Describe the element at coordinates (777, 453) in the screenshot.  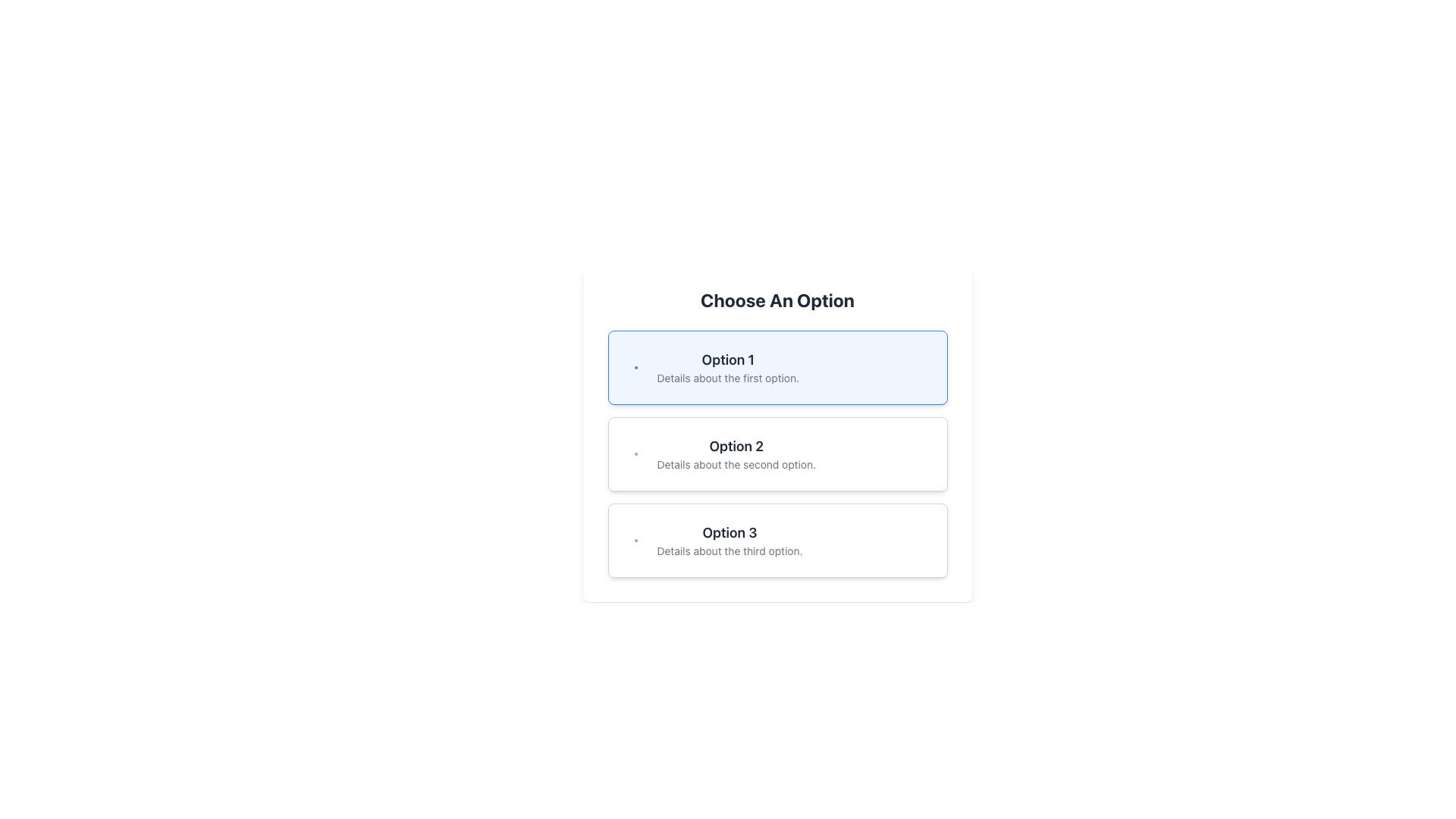
I see `the selectable option button located in the middle of three interactive options, directly underneath 'Option 1' and above 'Option 3'` at that location.